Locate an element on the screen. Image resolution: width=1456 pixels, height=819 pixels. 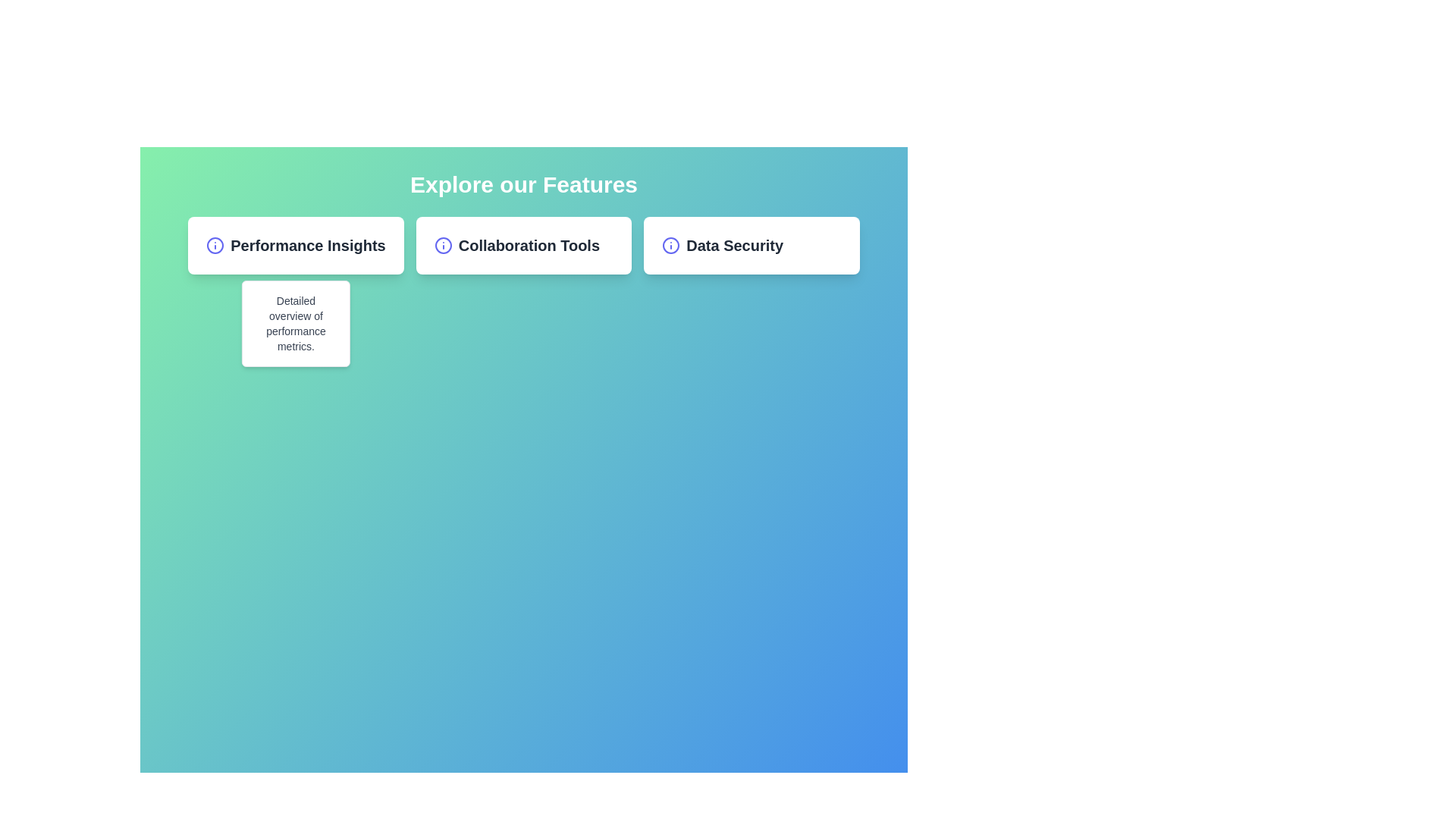
the 'Performance Insights' title in the Informative Card is located at coordinates (296, 245).